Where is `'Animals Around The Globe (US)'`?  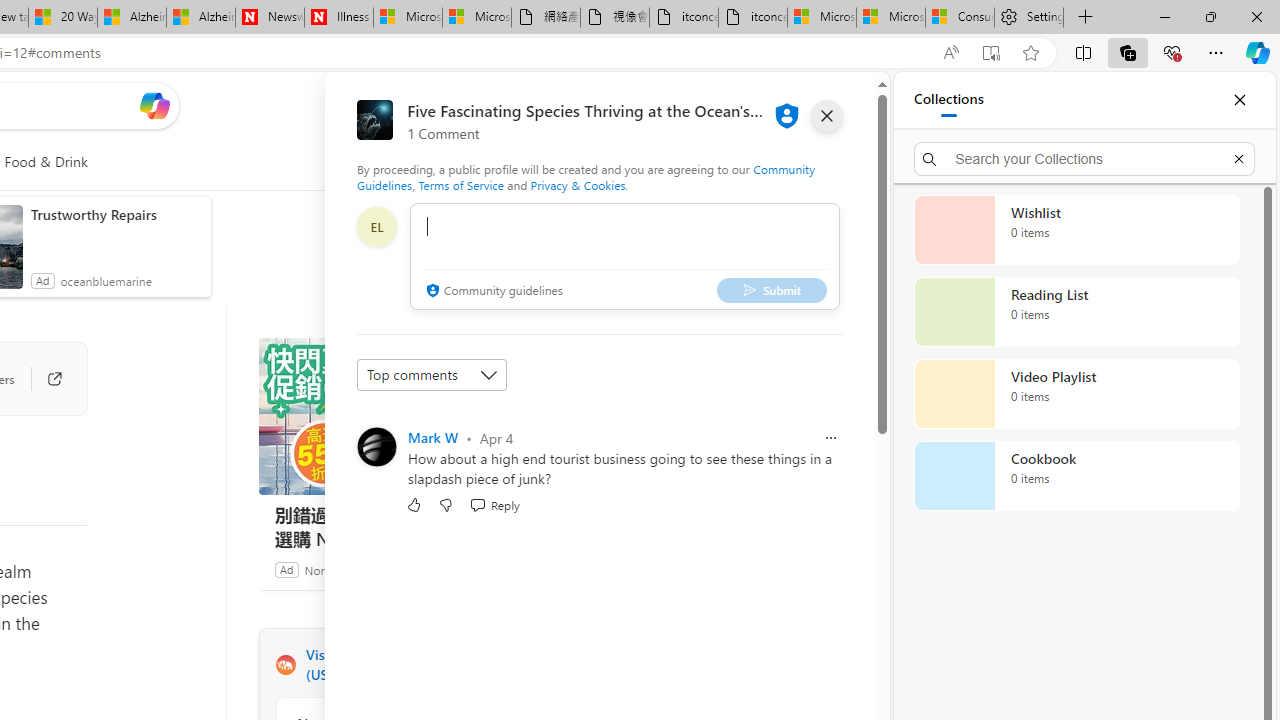
'Animals Around The Globe (US)' is located at coordinates (284, 665).